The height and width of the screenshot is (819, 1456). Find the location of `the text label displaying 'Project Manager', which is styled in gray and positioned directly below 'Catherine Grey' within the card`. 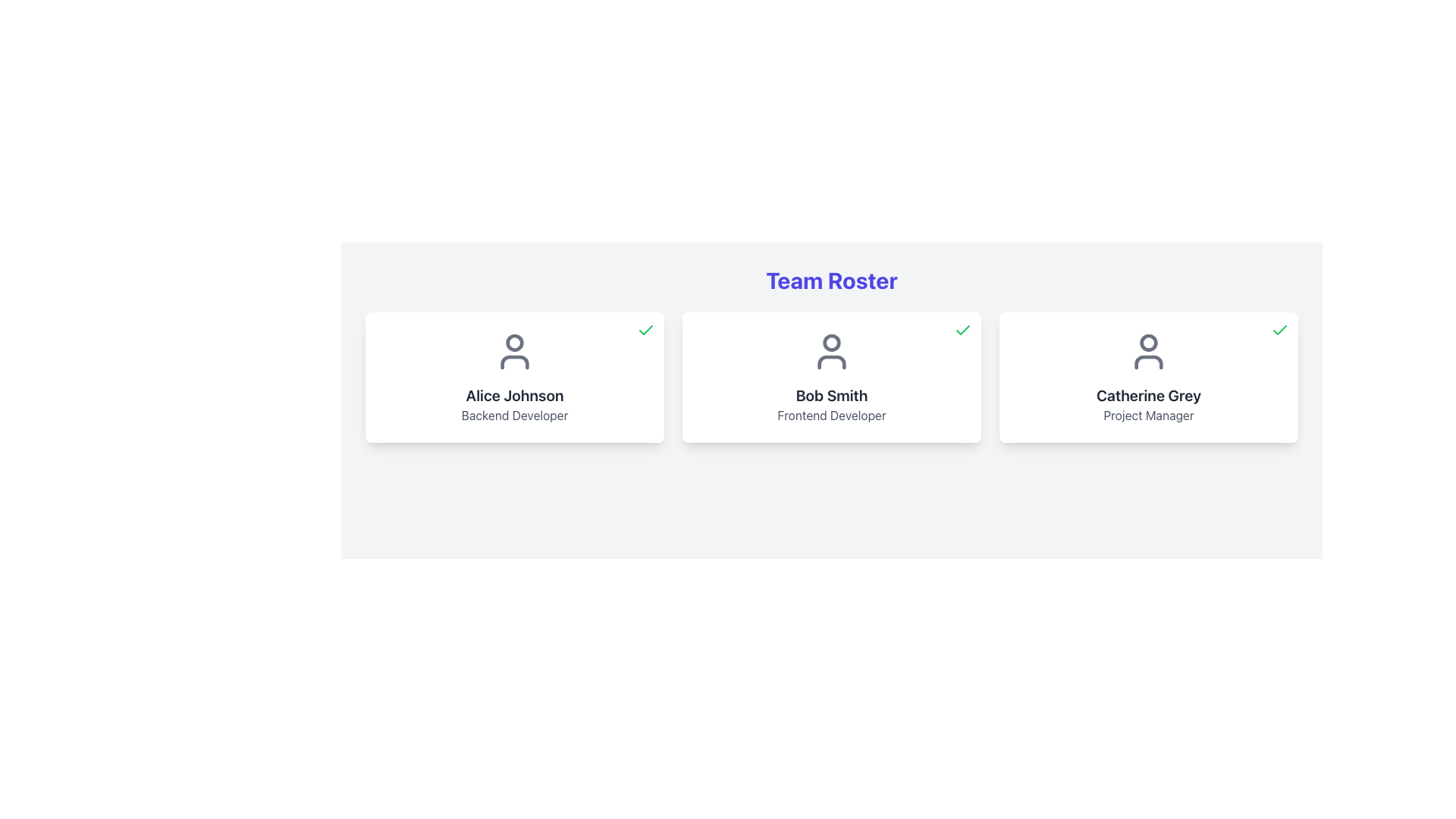

the text label displaying 'Project Manager', which is styled in gray and positioned directly below 'Catherine Grey' within the card is located at coordinates (1149, 415).